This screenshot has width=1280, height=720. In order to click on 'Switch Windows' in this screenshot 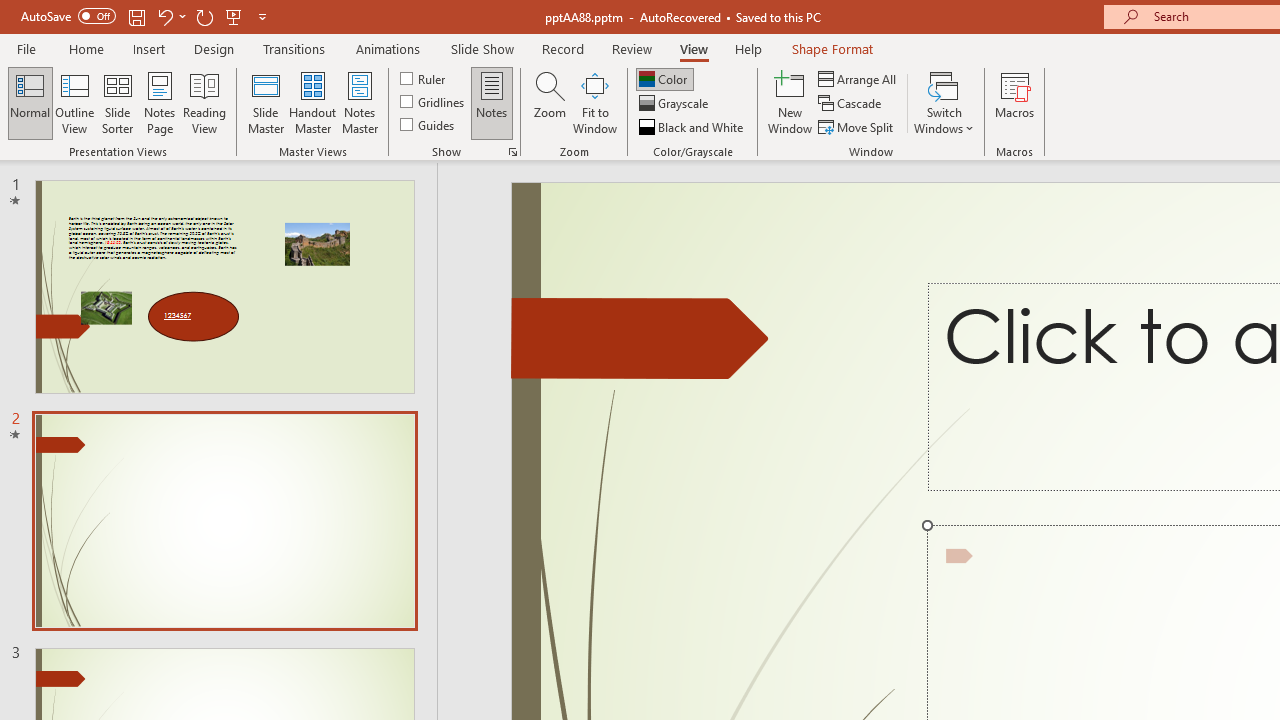, I will do `click(943, 103)`.